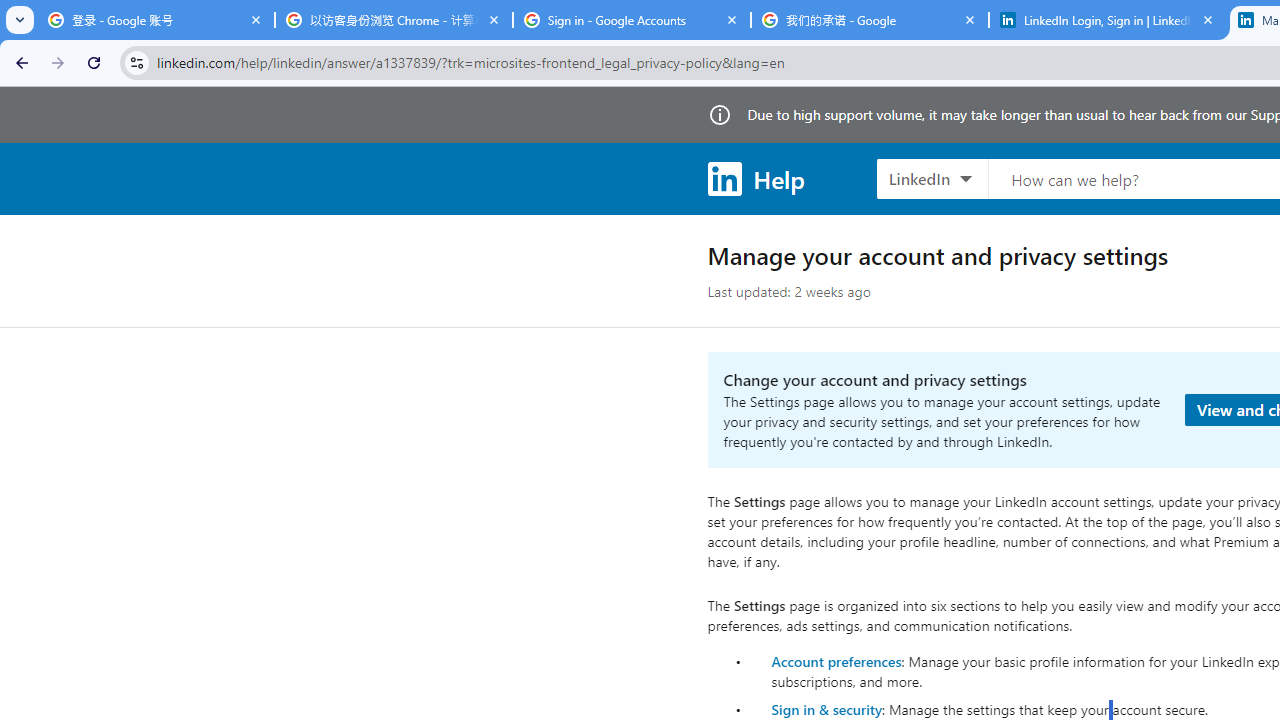 This screenshot has height=720, width=1280. Describe the element at coordinates (931, 177) in the screenshot. I see `'LinkedIn products to search, LinkedIn selected'` at that location.